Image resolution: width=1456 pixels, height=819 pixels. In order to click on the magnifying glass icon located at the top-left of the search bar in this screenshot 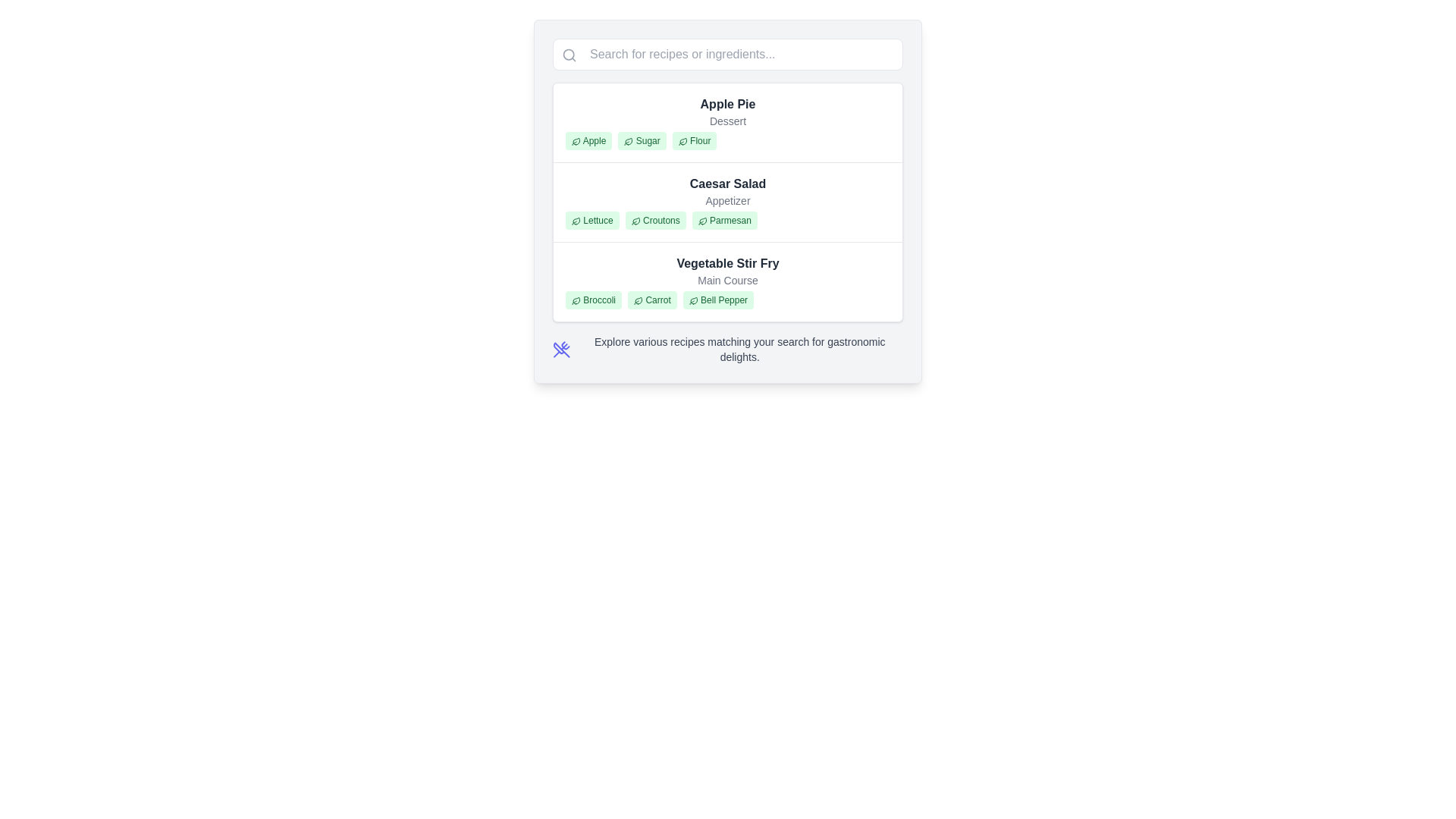, I will do `click(568, 55)`.